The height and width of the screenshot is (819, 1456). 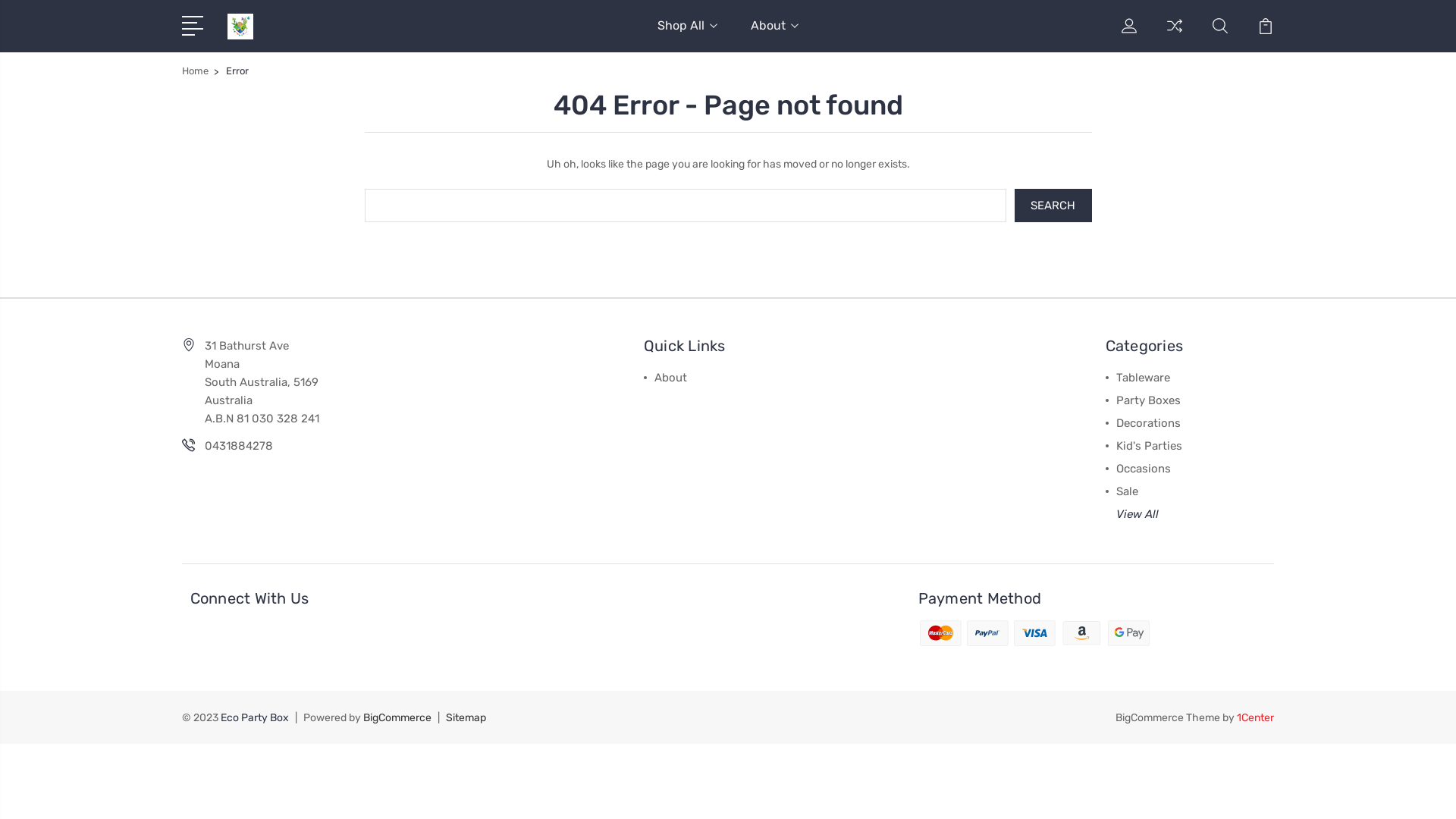 What do you see at coordinates (1148, 399) in the screenshot?
I see `'Party Boxes'` at bounding box center [1148, 399].